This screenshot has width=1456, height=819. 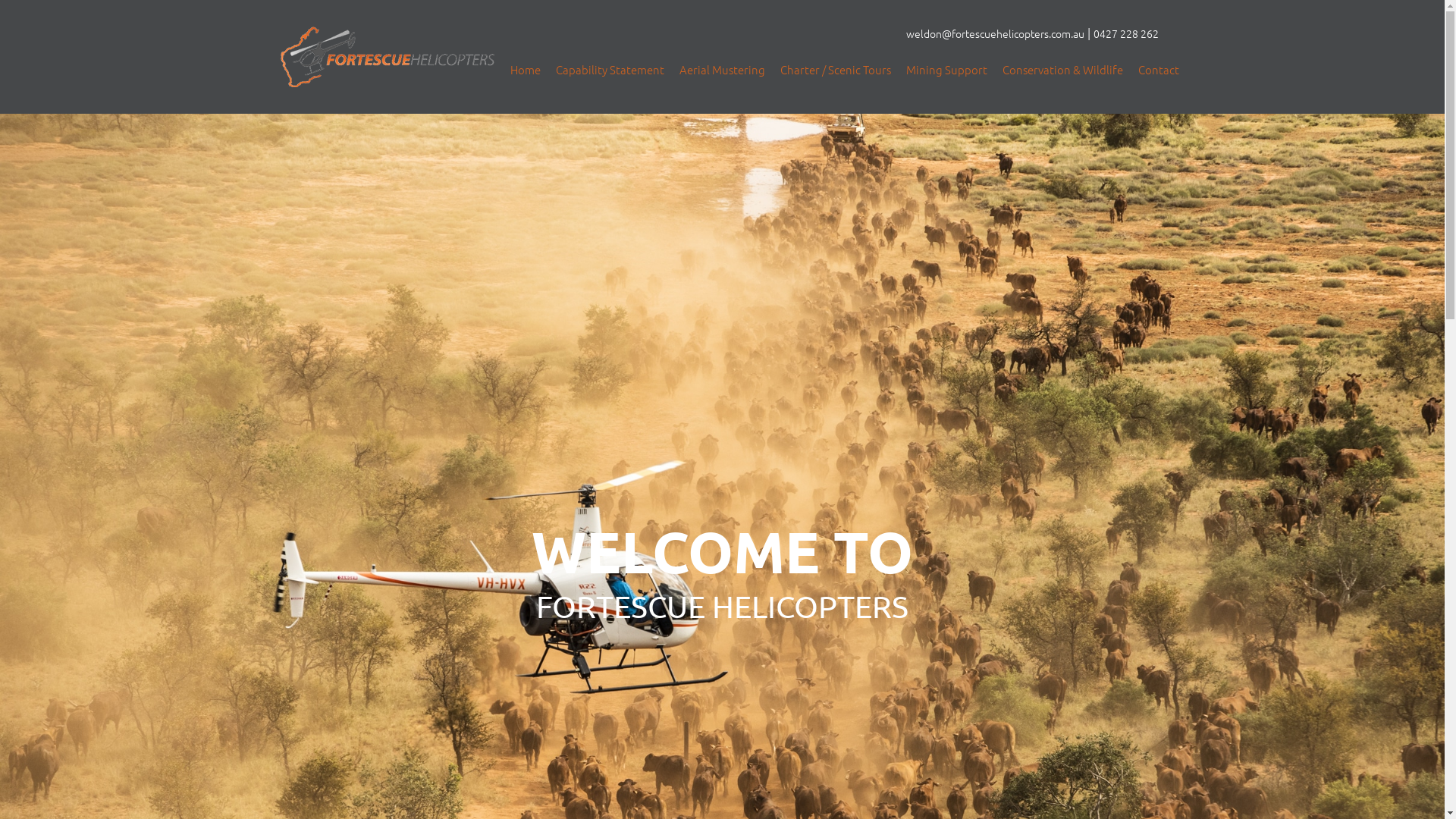 I want to click on 'Mining Support', so click(x=946, y=70).